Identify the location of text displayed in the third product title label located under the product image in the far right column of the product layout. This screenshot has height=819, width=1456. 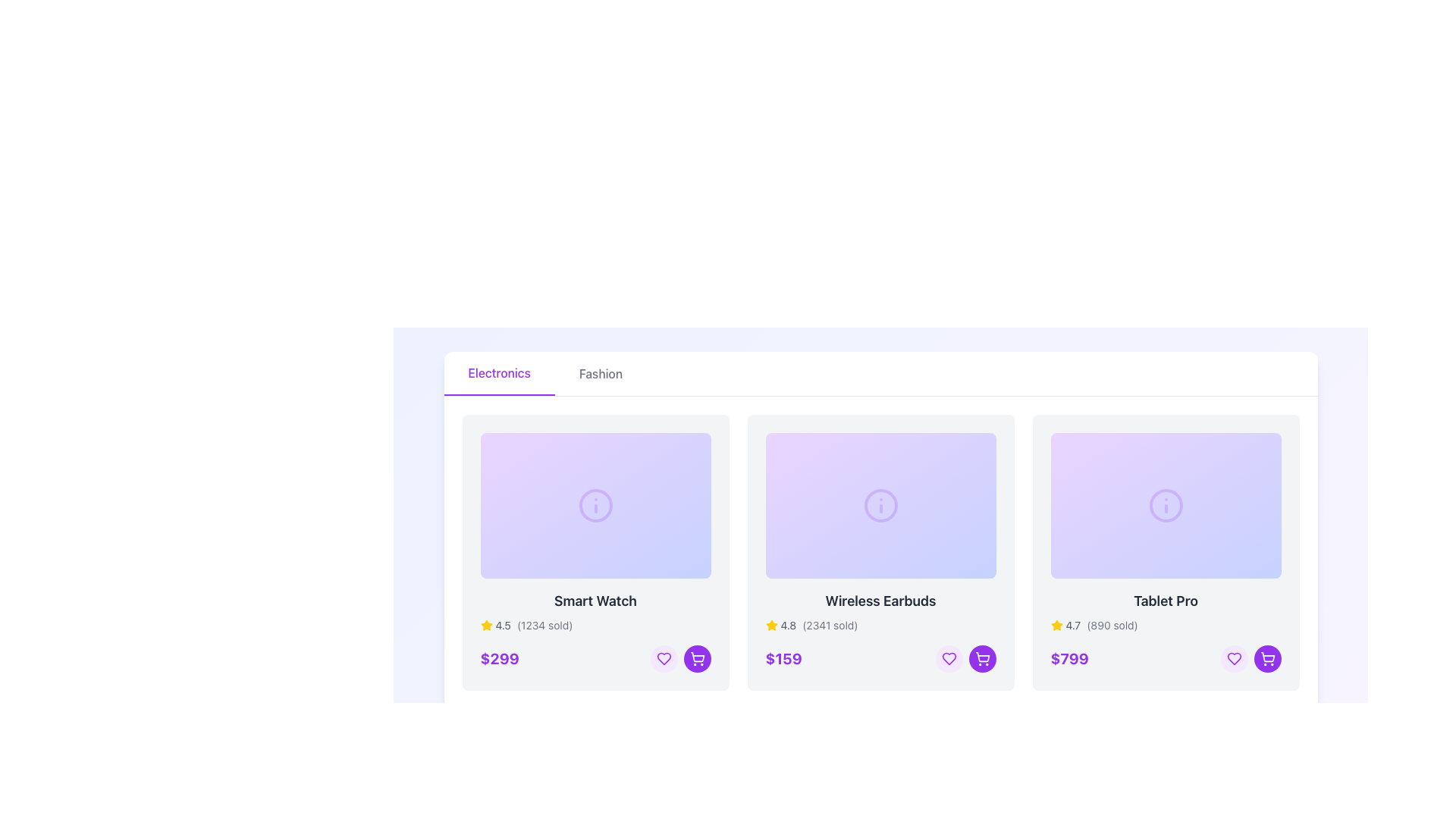
(1165, 601).